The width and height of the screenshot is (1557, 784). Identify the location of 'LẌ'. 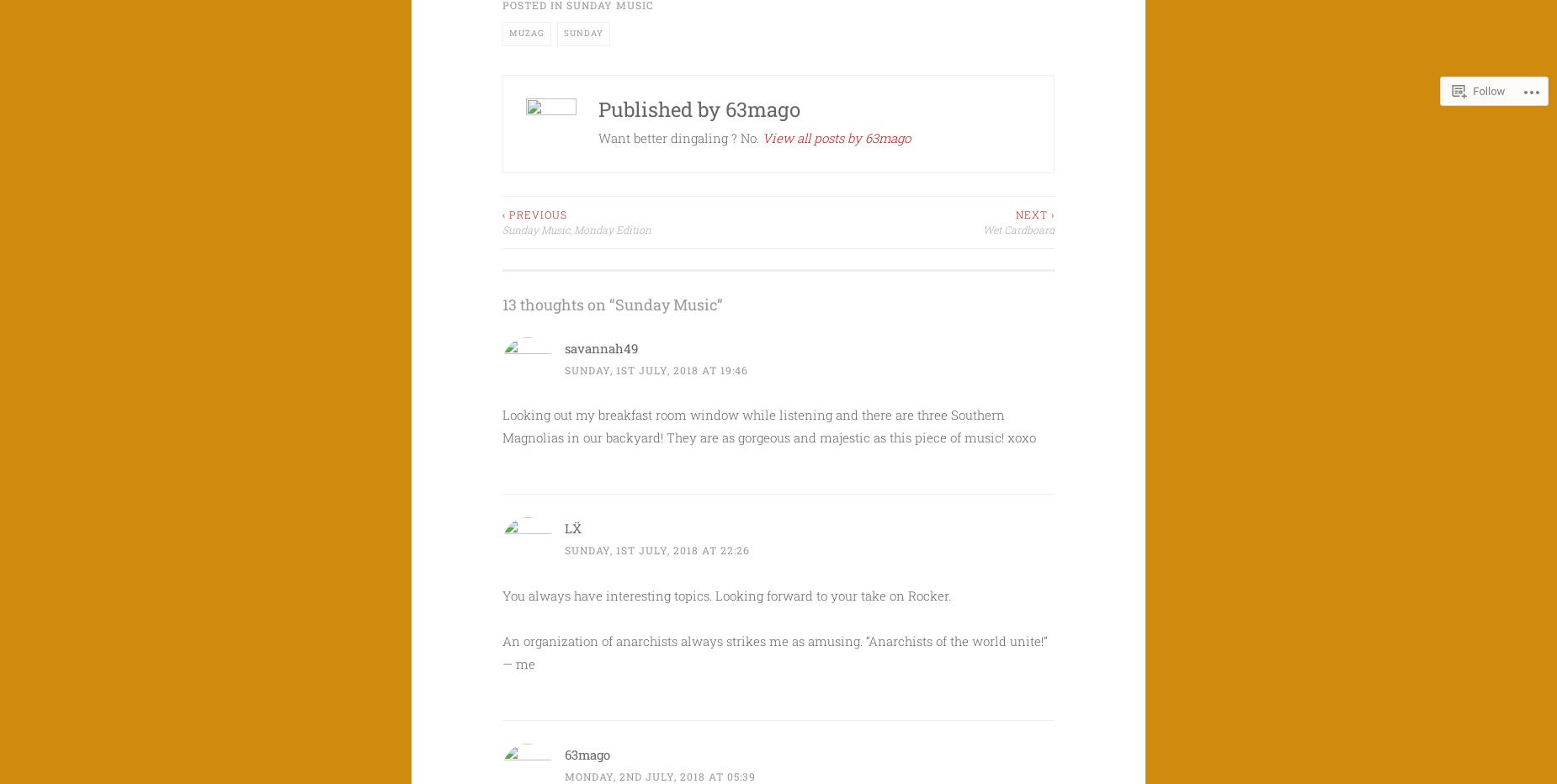
(572, 527).